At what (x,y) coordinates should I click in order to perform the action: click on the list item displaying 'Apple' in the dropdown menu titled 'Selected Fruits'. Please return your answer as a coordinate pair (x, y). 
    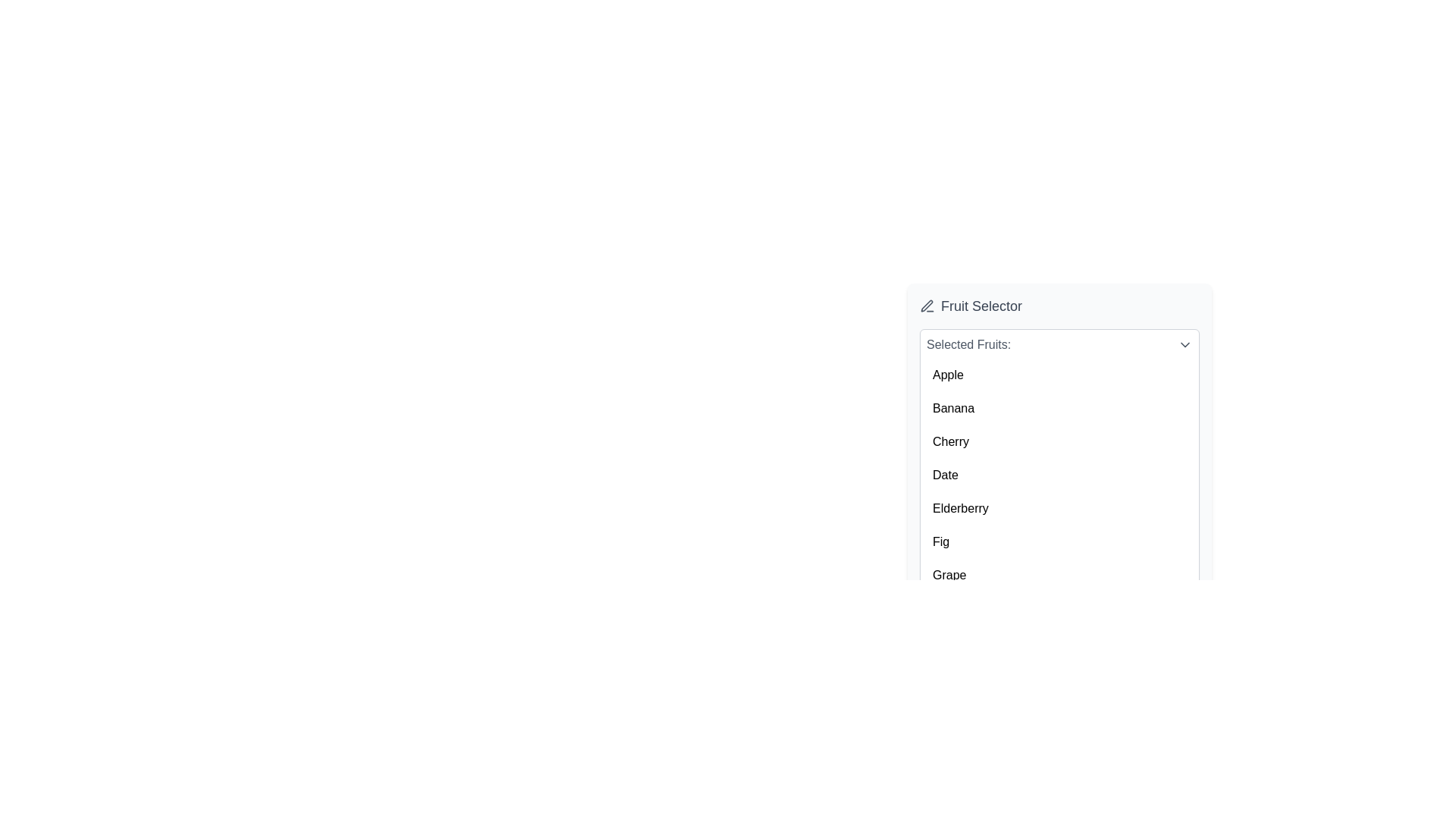
    Looking at the image, I should click on (1059, 375).